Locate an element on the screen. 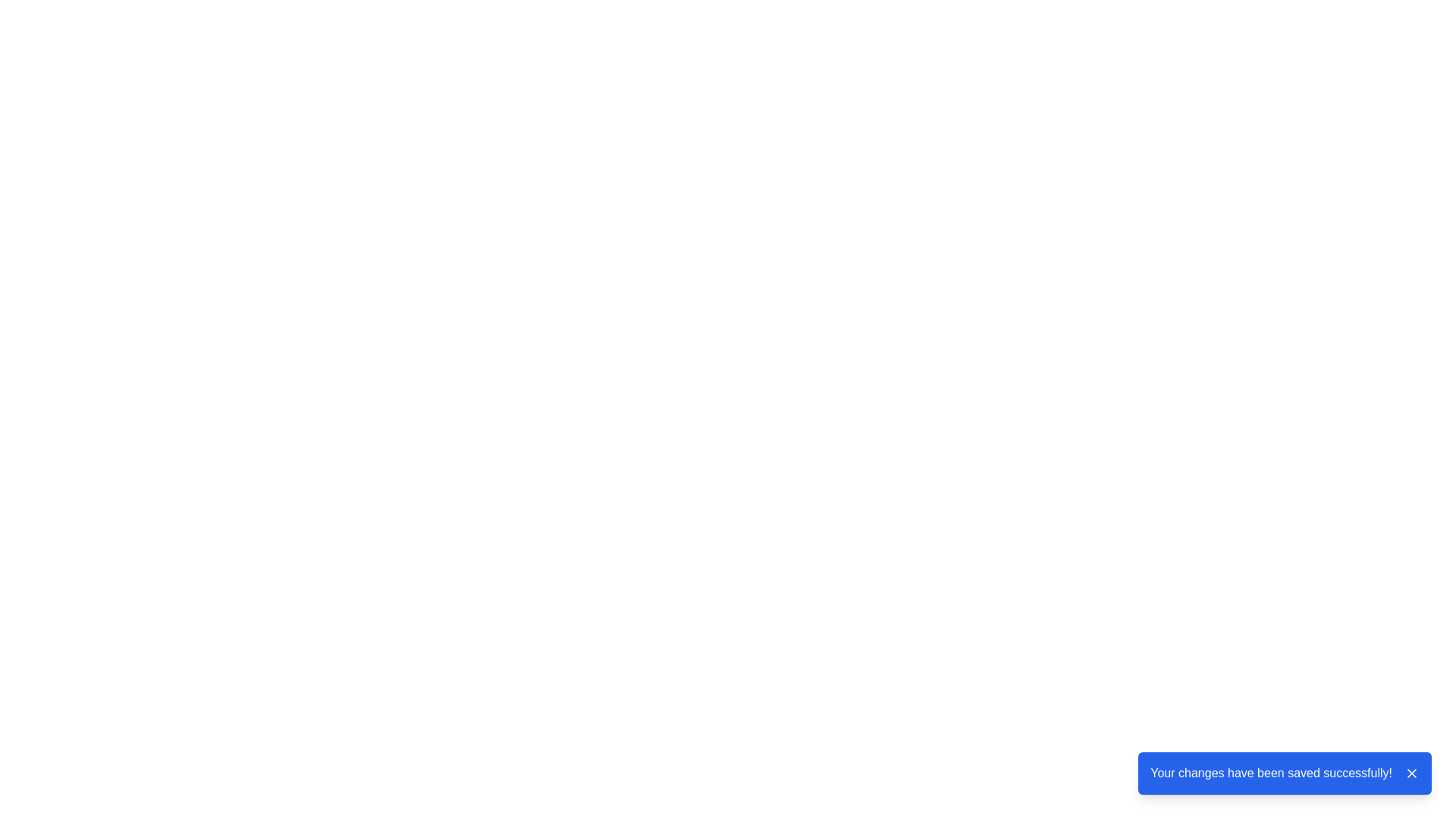  message displayed in the notification box with a blue background and white text stating 'Your changes have been saved successfully!' is located at coordinates (1284, 773).